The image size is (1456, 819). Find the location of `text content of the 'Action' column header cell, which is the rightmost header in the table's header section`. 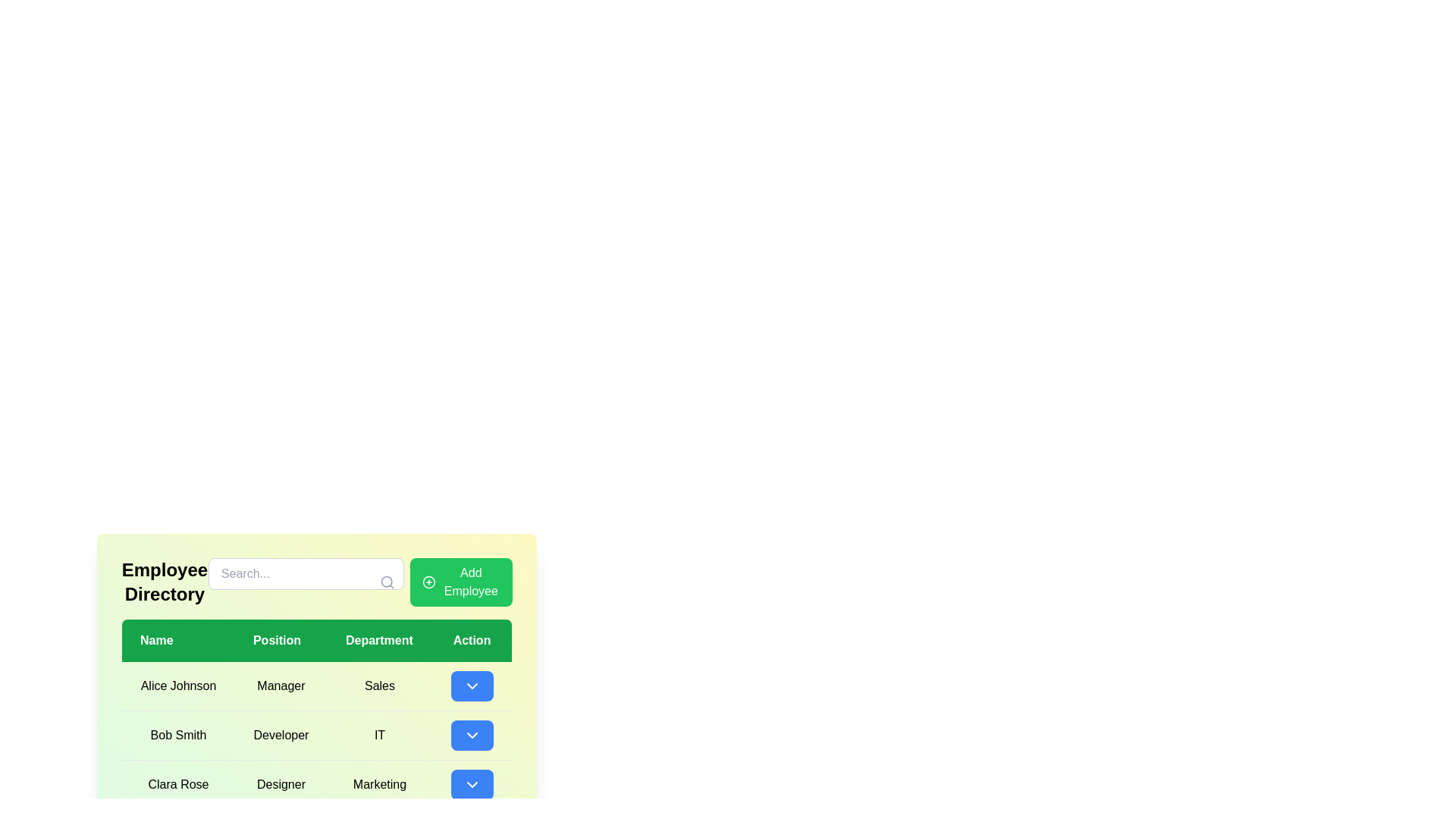

text content of the 'Action' column header cell, which is the rightmost header in the table's header section is located at coordinates (471, 640).